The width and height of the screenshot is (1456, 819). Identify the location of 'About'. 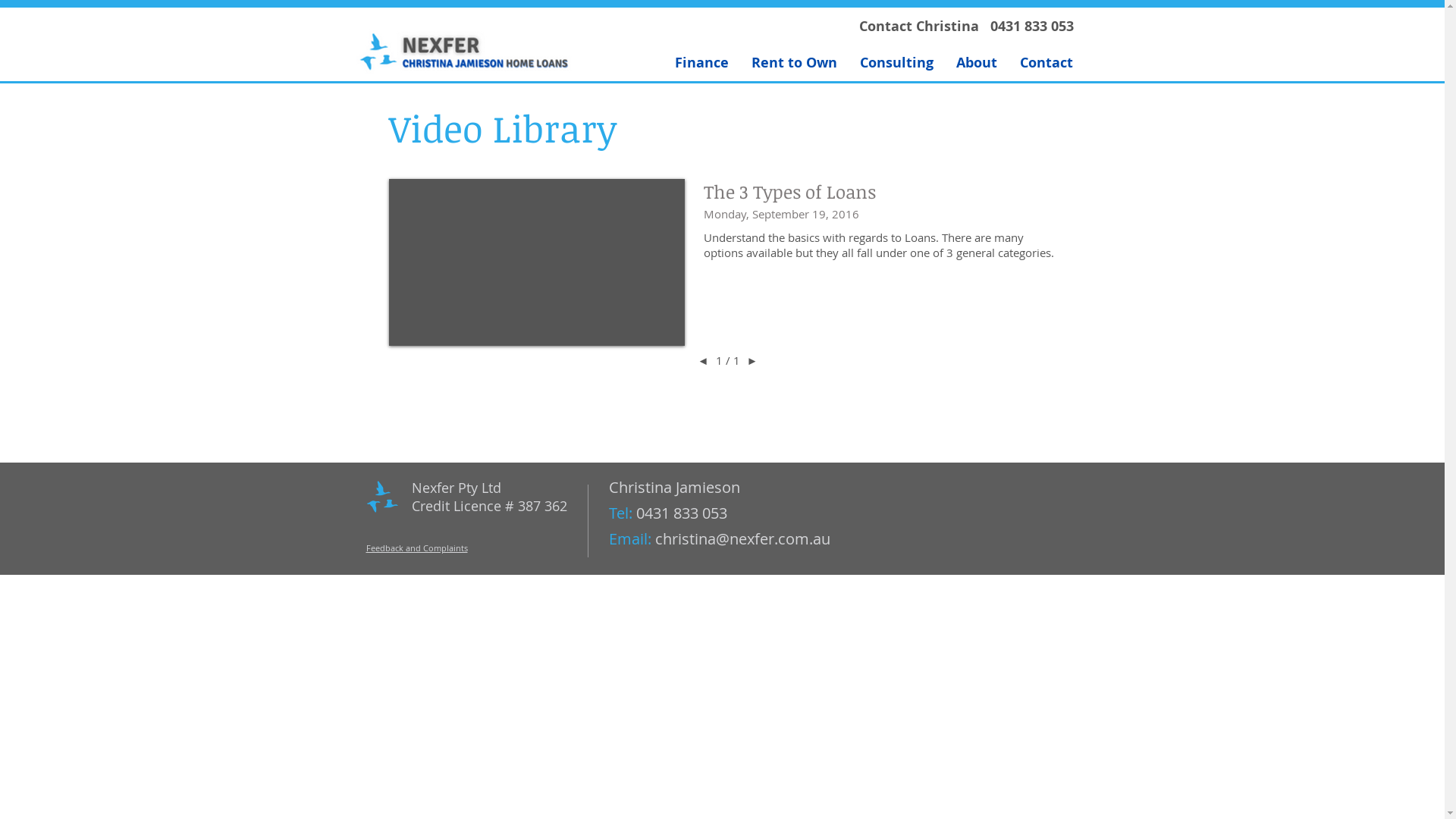
(976, 61).